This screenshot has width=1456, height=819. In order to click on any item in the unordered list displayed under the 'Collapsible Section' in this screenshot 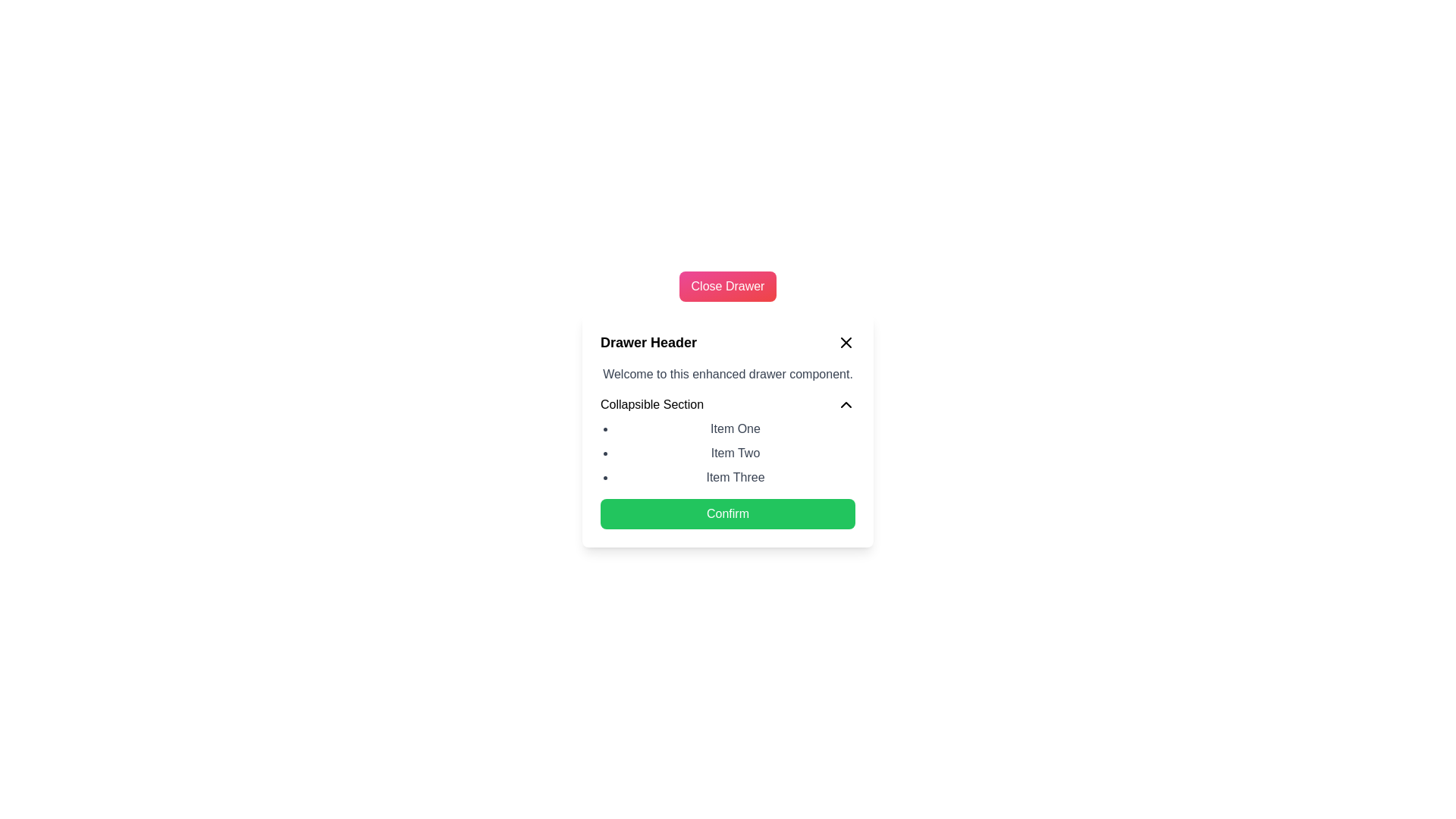, I will do `click(728, 452)`.